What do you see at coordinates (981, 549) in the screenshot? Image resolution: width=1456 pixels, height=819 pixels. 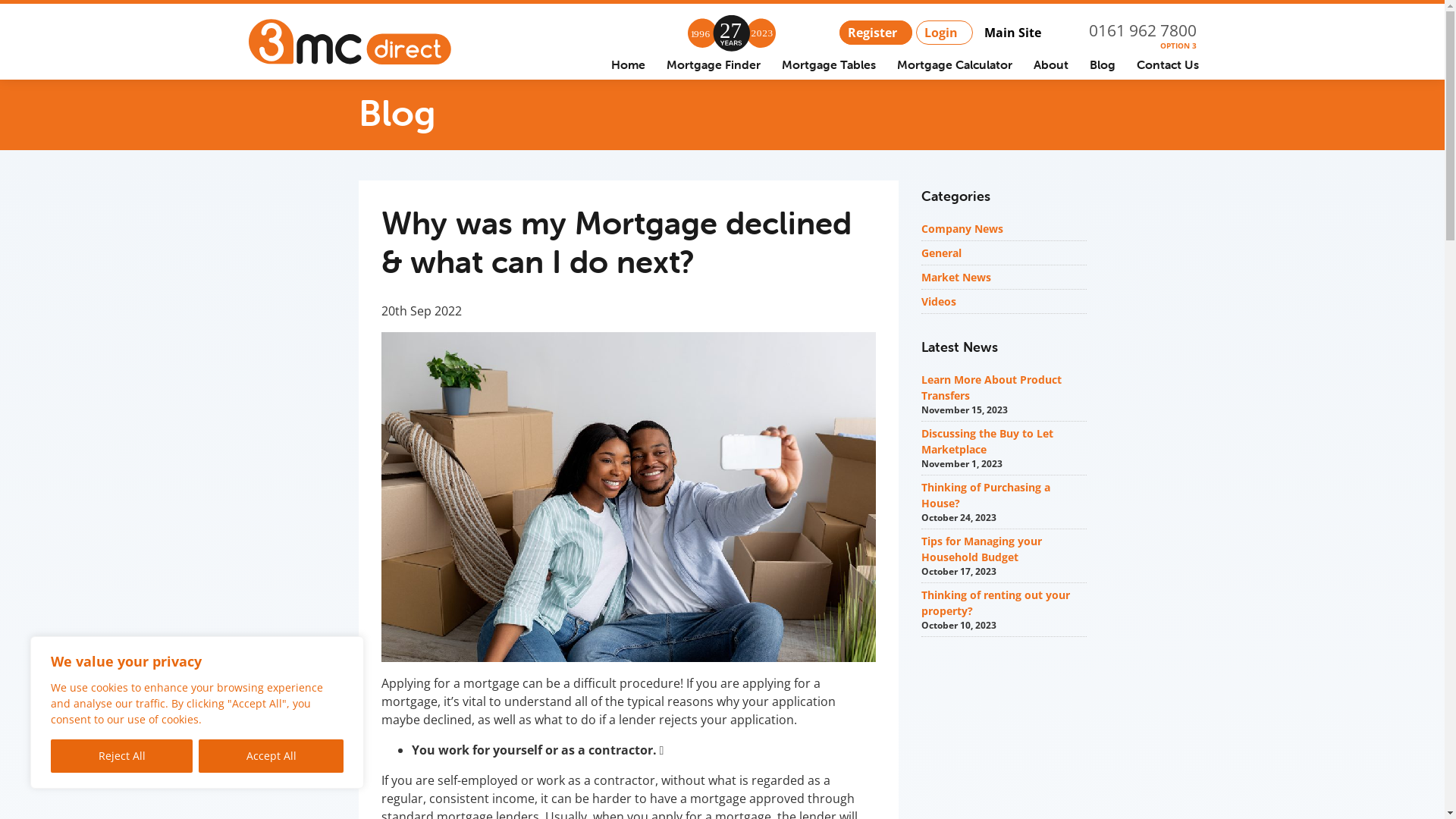 I see `'Tips for Managing your Household Budget'` at bounding box center [981, 549].